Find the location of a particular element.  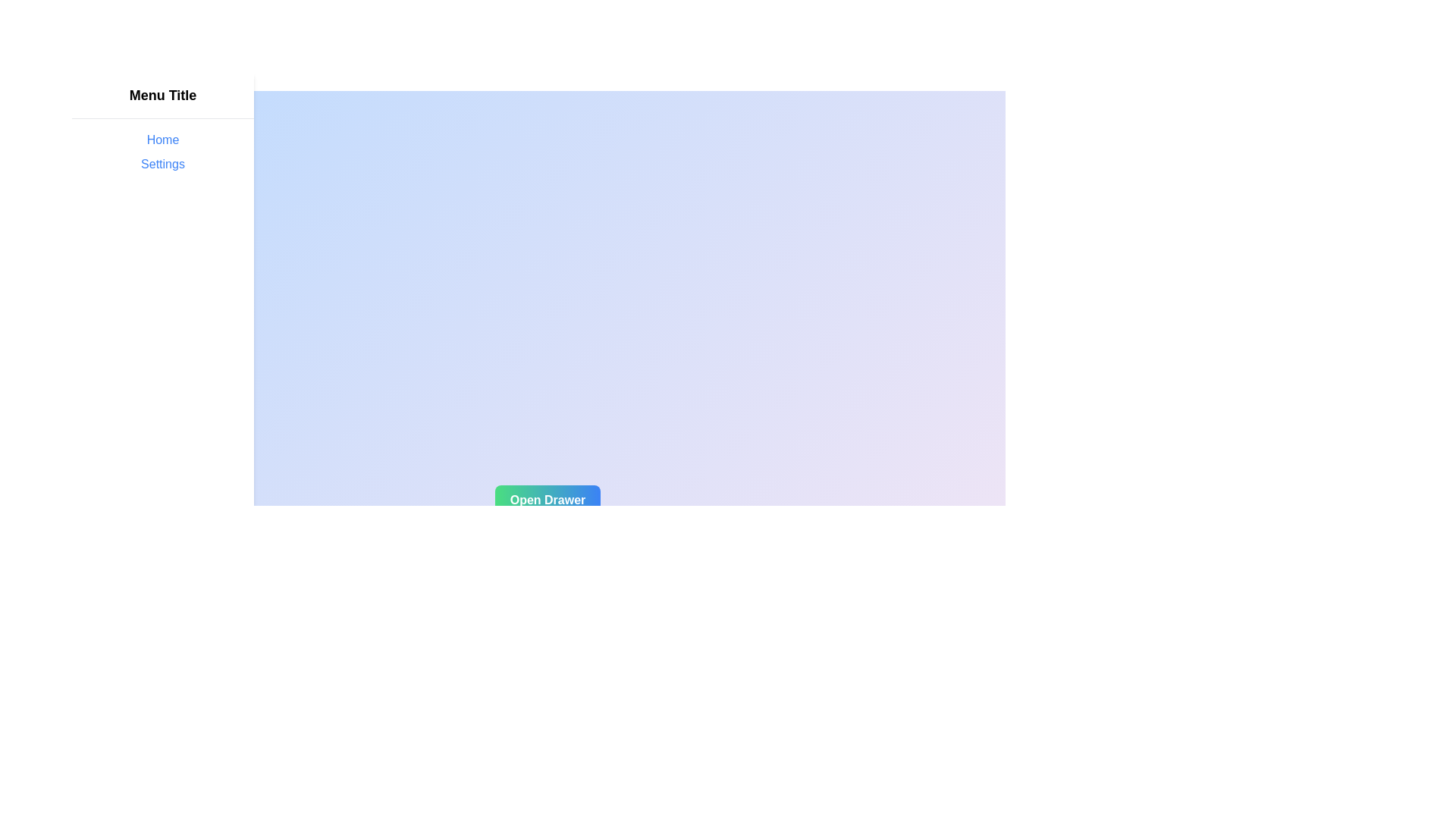

the 'Menu Title' text to select it is located at coordinates (163, 96).